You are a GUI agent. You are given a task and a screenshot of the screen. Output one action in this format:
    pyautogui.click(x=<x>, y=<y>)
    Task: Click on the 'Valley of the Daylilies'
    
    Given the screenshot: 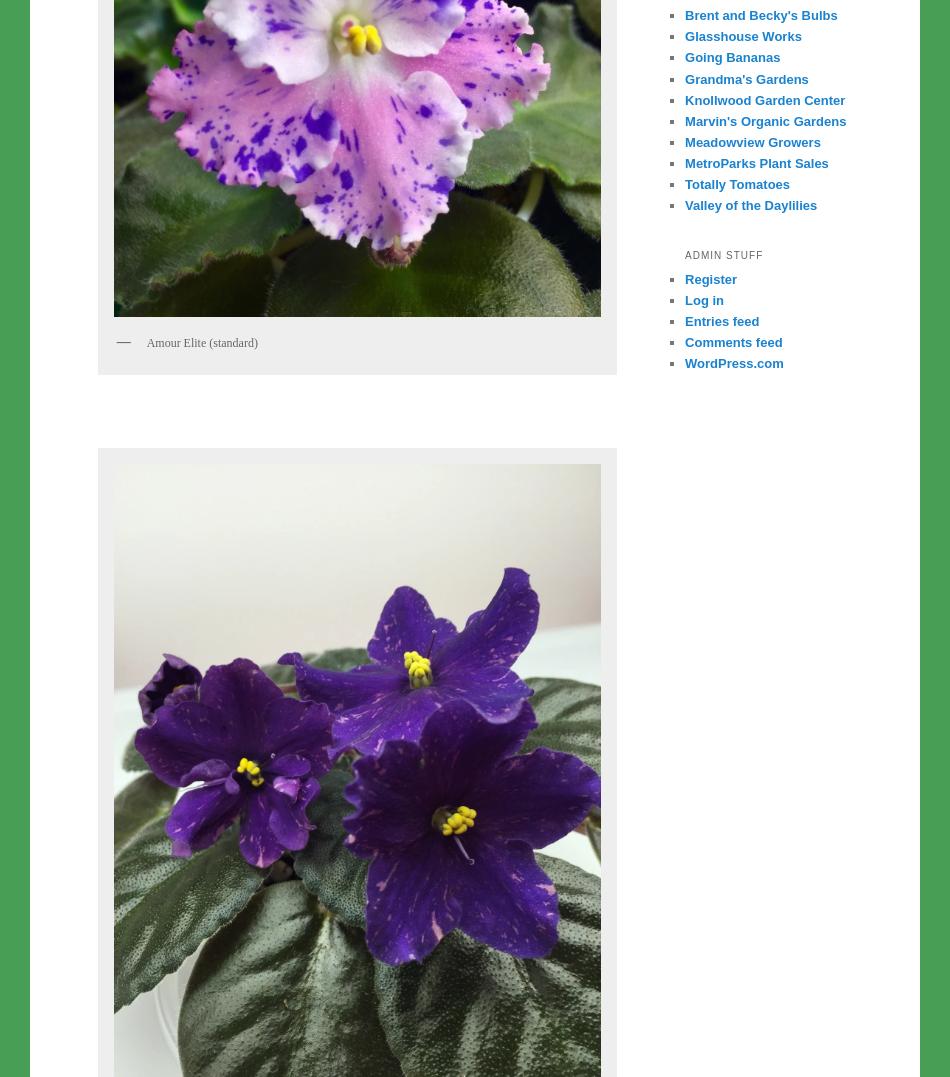 What is the action you would take?
    pyautogui.click(x=685, y=204)
    